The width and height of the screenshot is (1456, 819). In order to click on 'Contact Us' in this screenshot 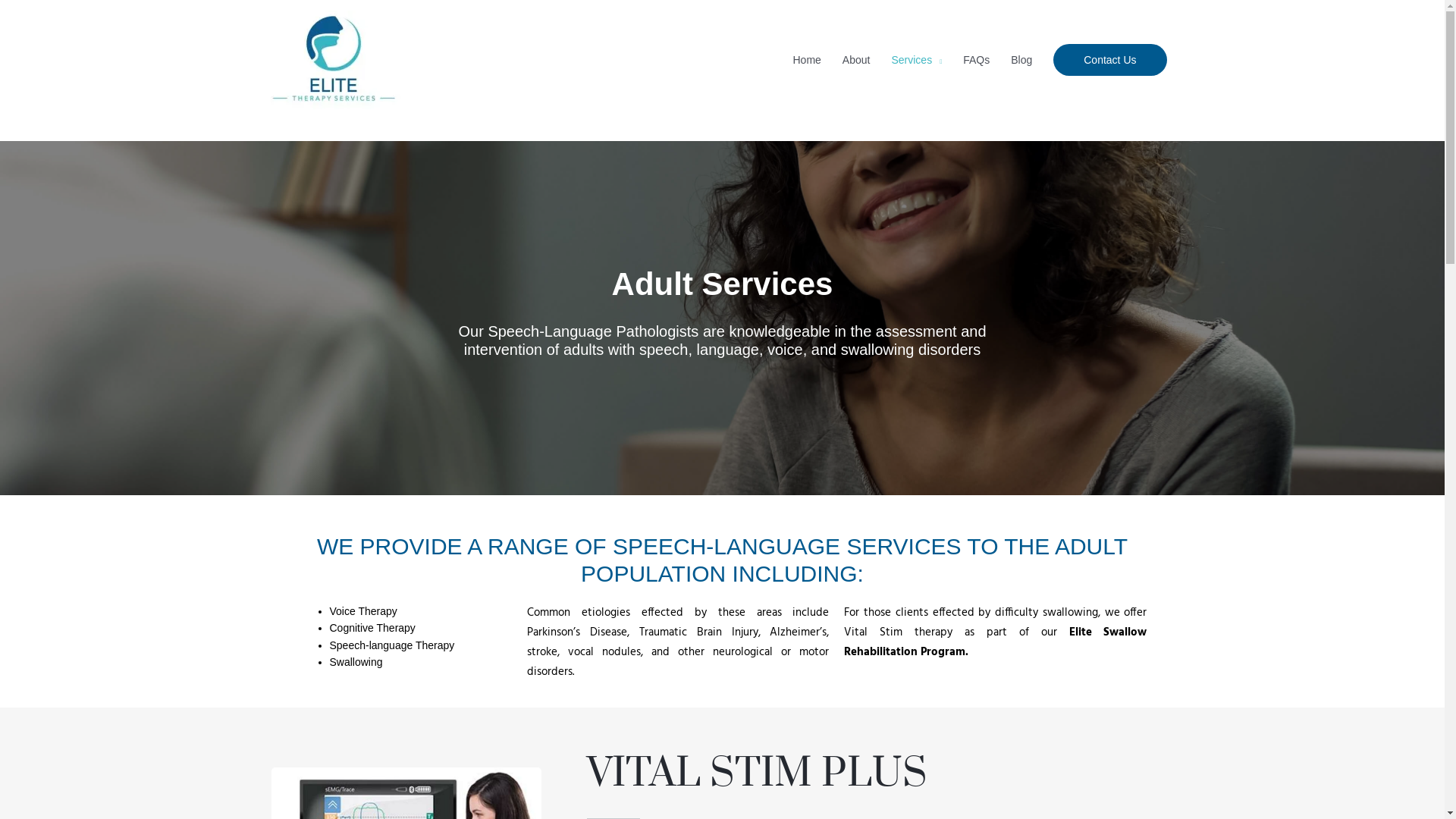, I will do `click(1109, 58)`.